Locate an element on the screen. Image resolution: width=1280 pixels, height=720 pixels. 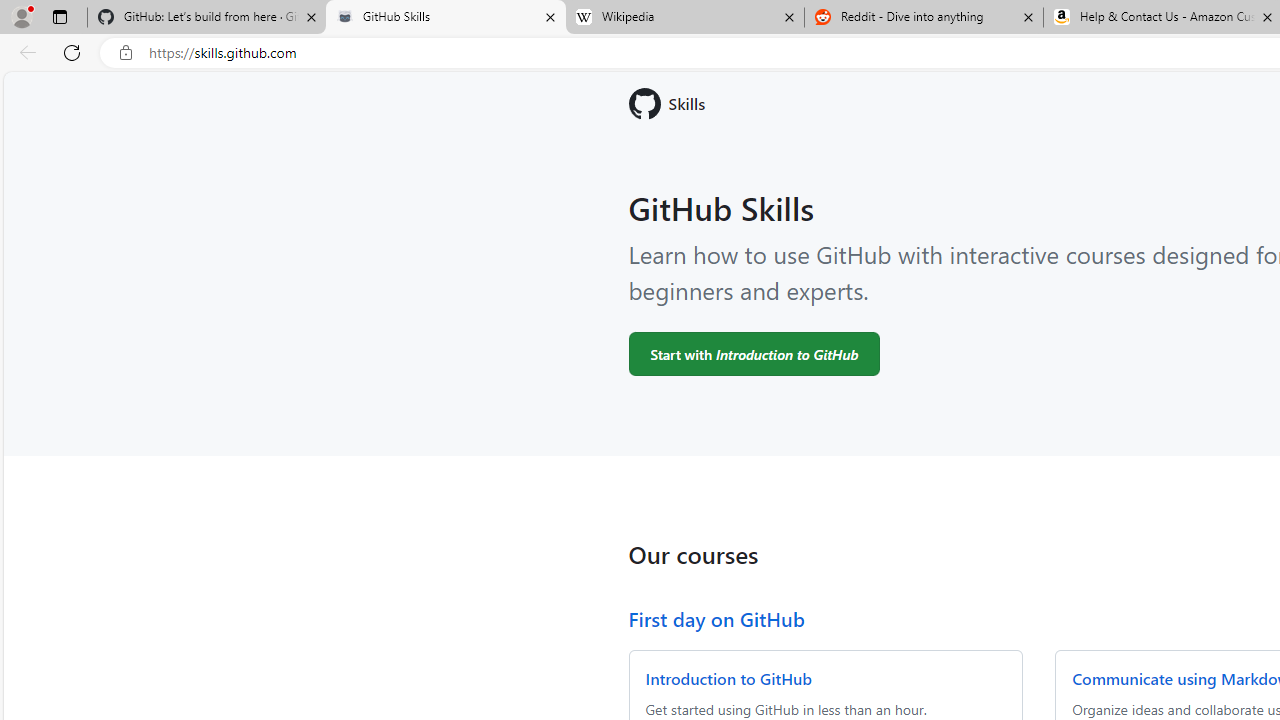
'Start with Introduction to GitHub' is located at coordinates (753, 352).